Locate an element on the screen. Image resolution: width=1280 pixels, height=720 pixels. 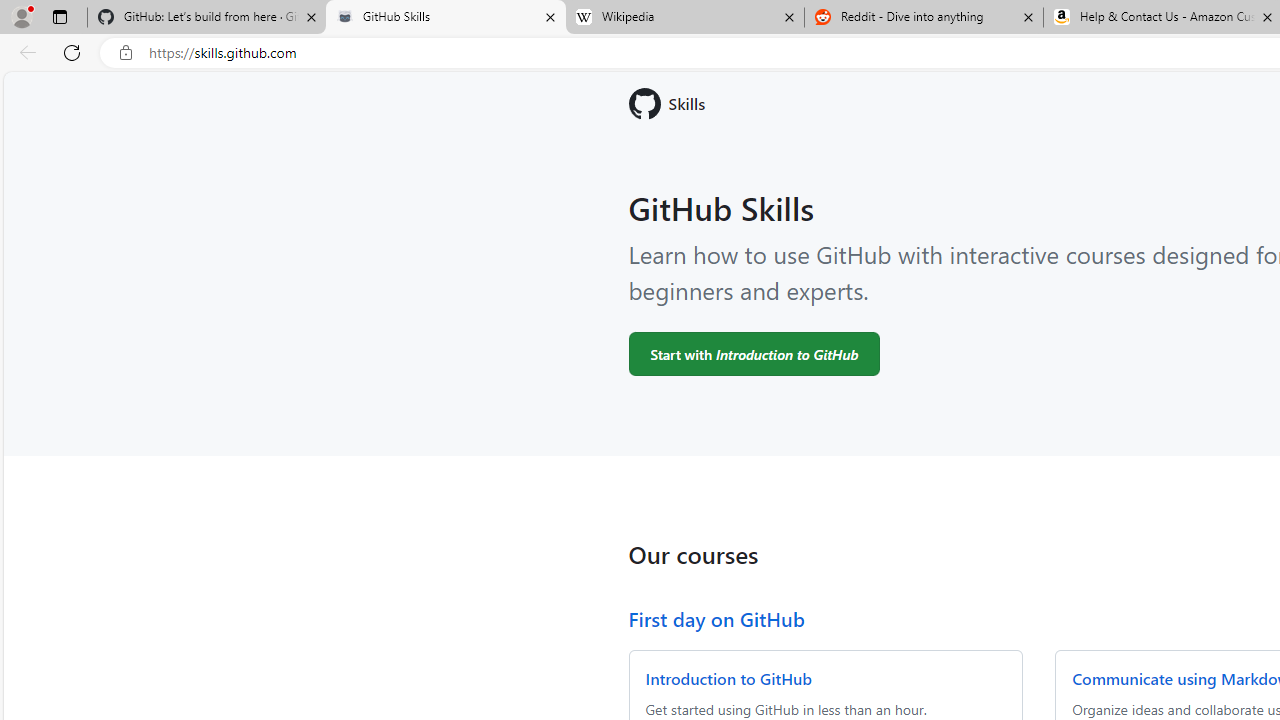
'Start with Introduction to GitHub' is located at coordinates (753, 352).